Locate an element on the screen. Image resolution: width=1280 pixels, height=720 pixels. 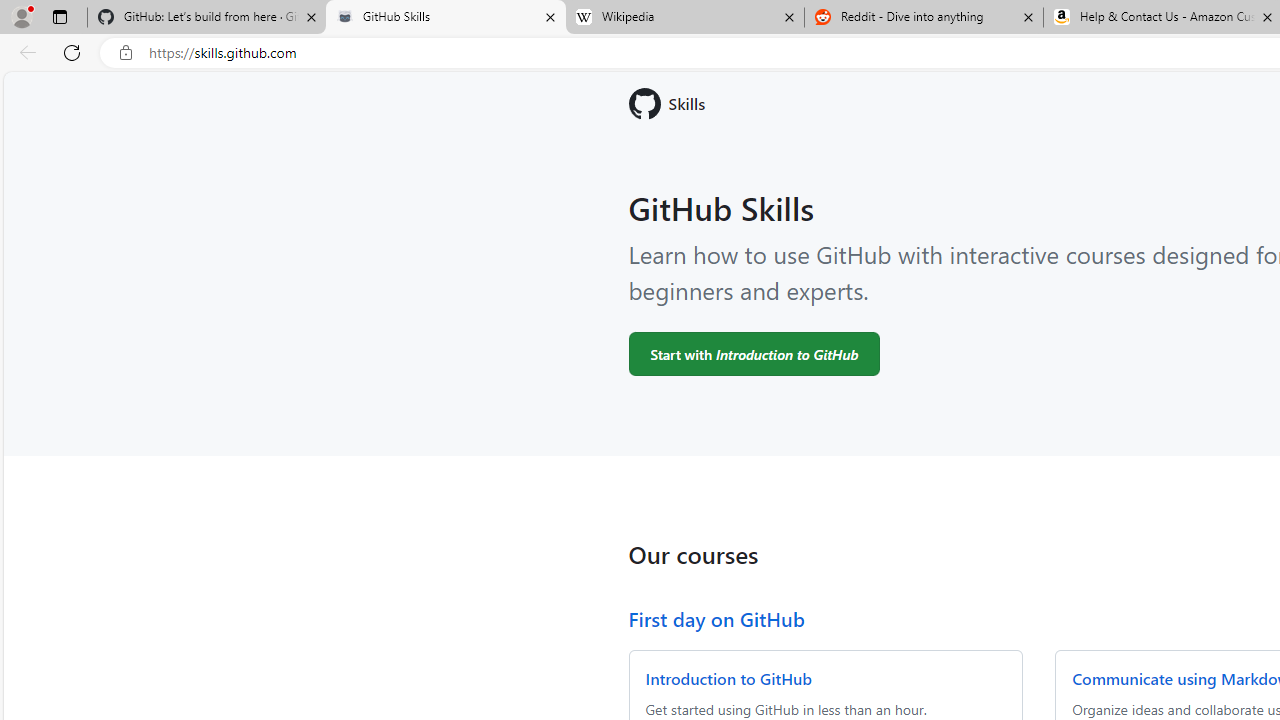
'Start with Introduction to GitHub' is located at coordinates (753, 352).